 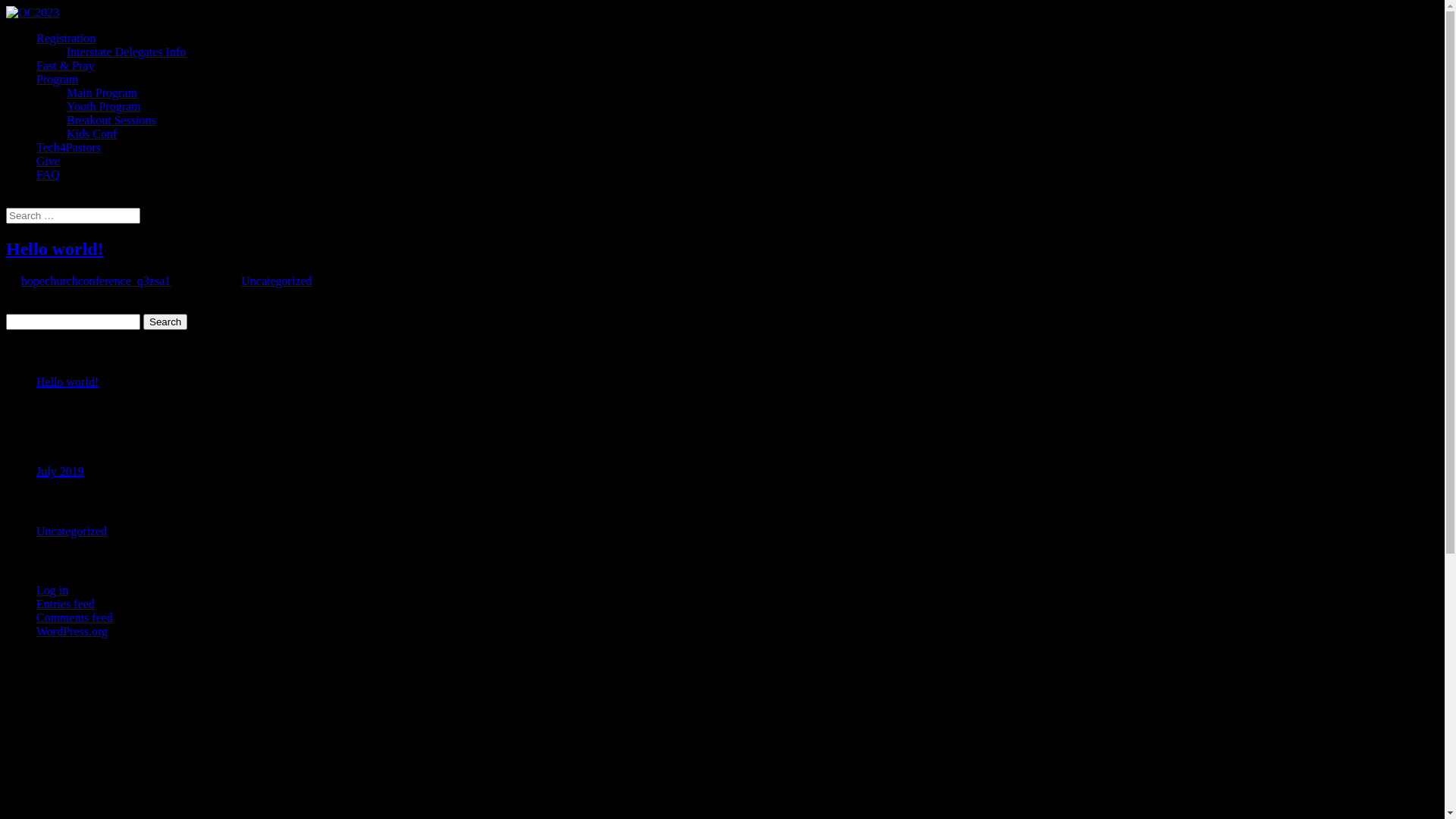 What do you see at coordinates (36, 174) in the screenshot?
I see `'FAQ'` at bounding box center [36, 174].